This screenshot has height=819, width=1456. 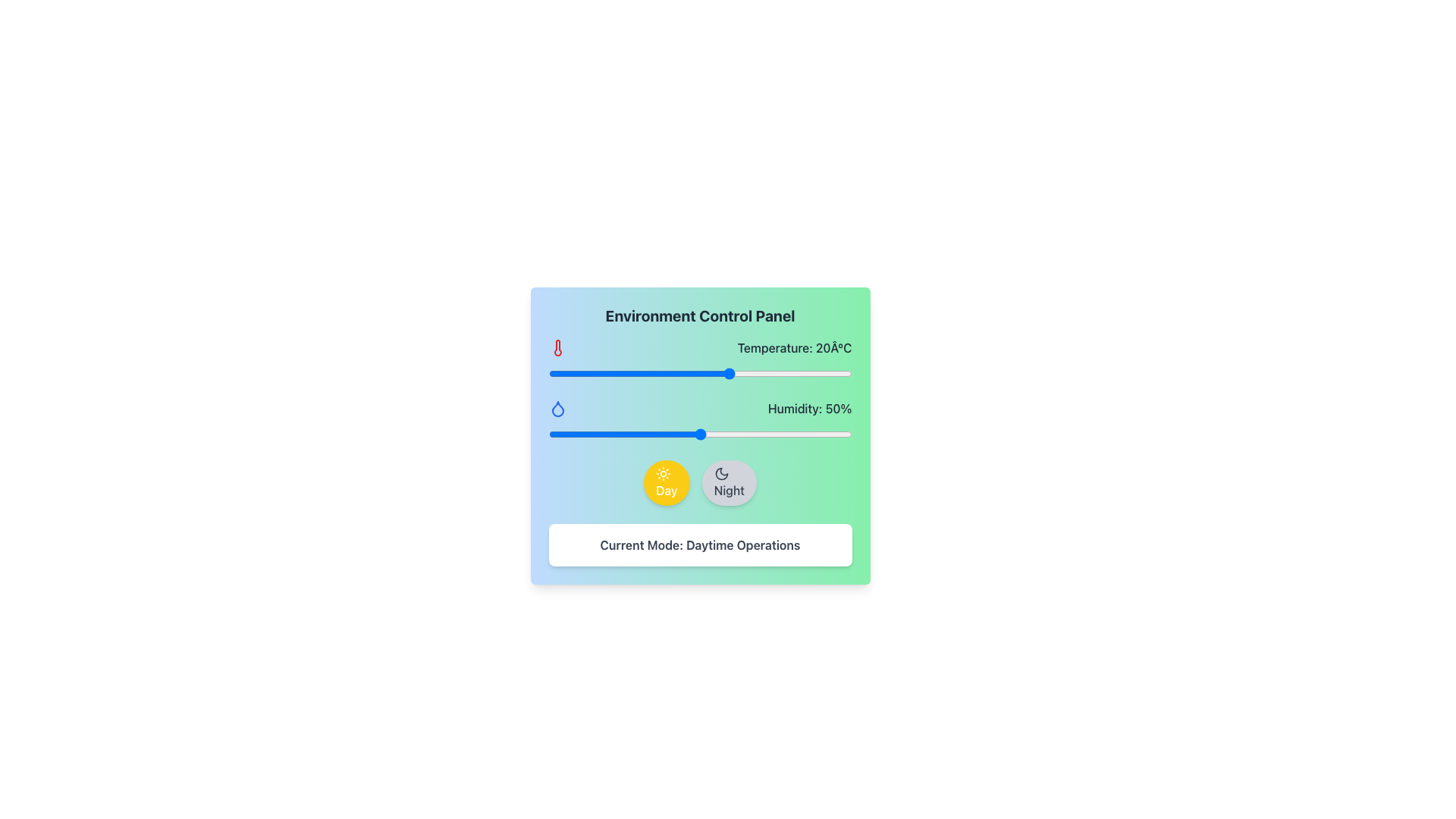 I want to click on the 'Day' button, so click(x=667, y=482).